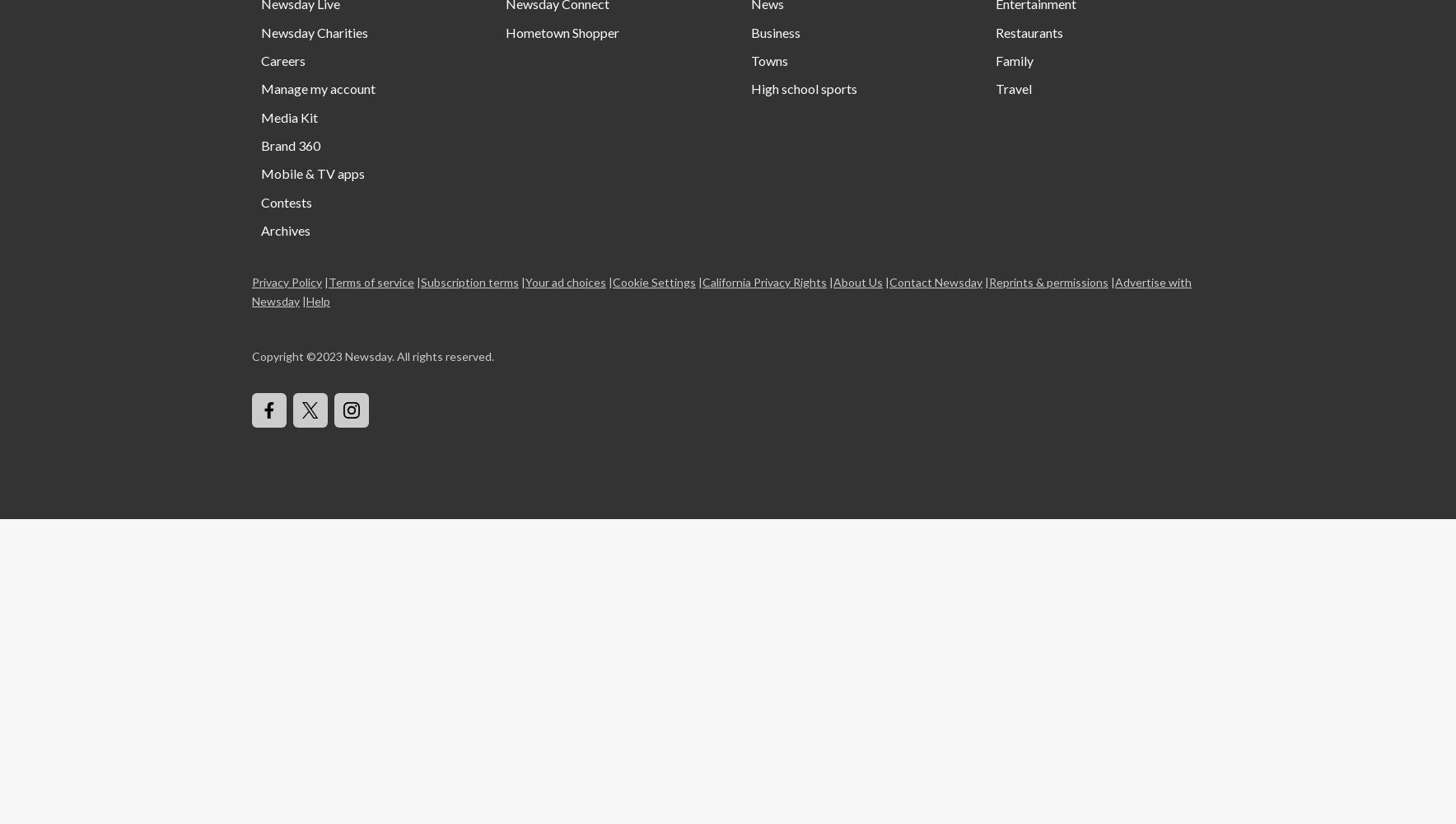  Describe the element at coordinates (566, 280) in the screenshot. I see `'Your ad choices'` at that location.